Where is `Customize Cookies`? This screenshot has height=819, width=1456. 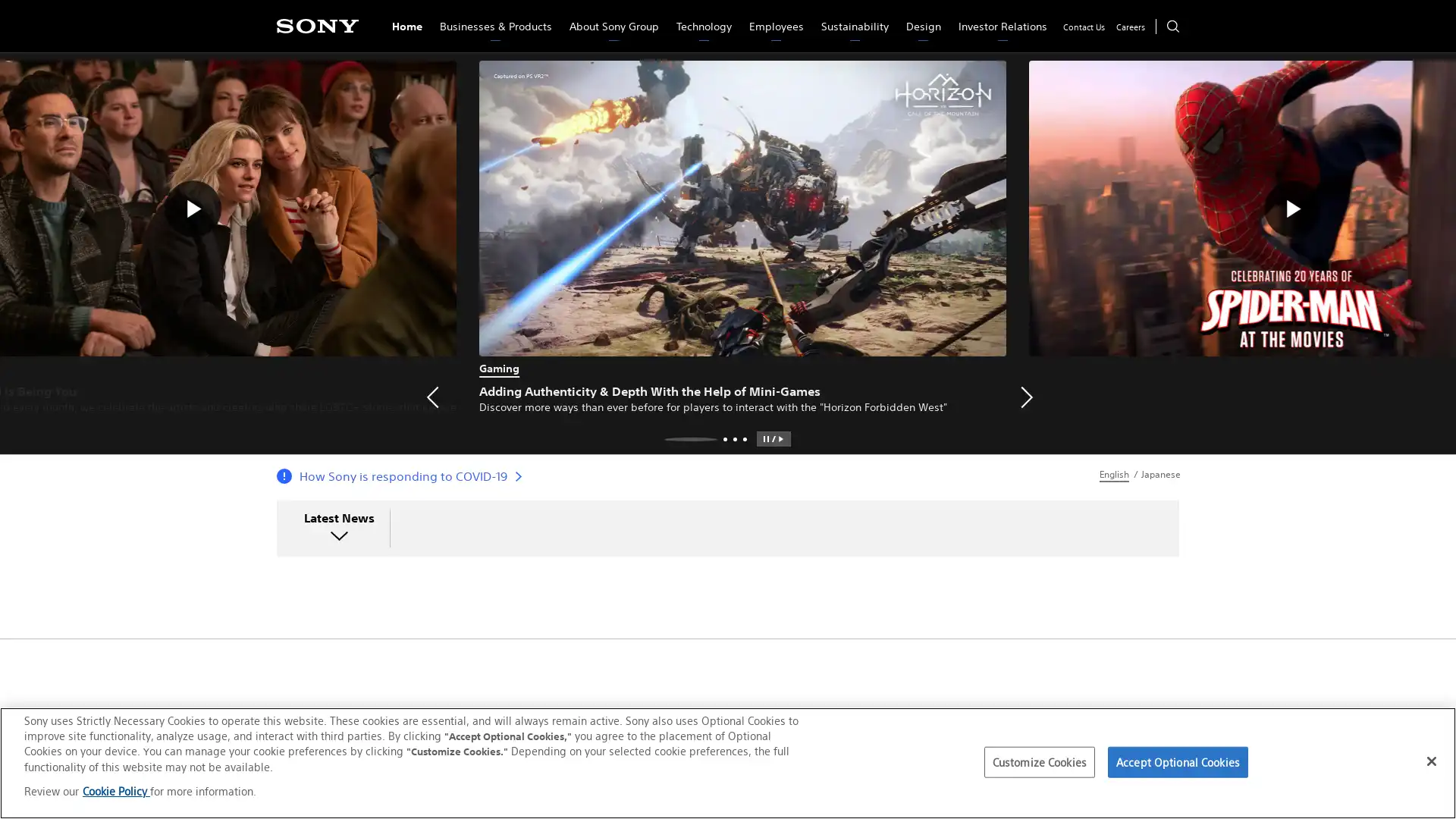 Customize Cookies is located at coordinates (1038, 762).